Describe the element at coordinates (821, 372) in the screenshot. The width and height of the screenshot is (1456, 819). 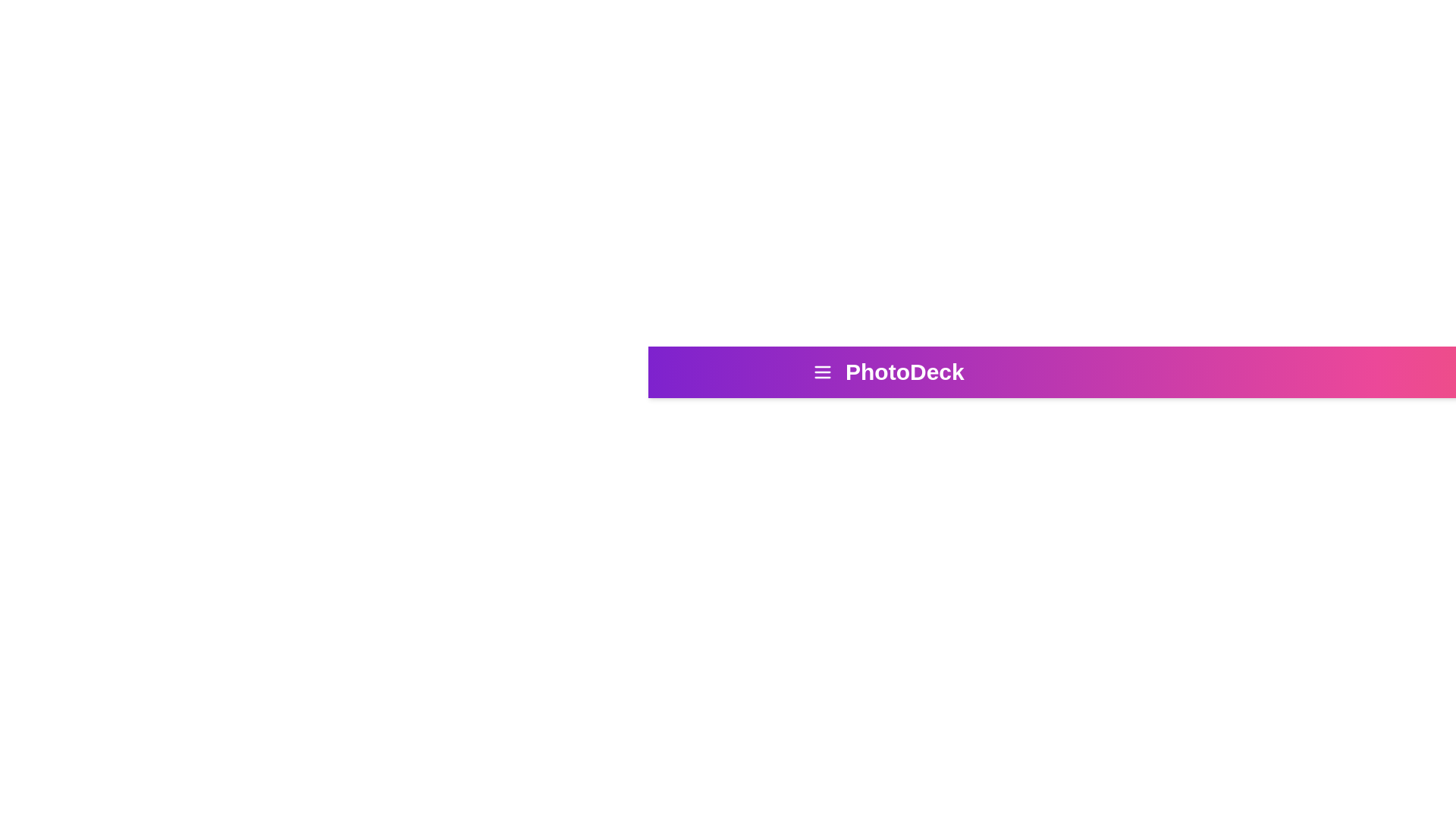
I see `the menu icon to open the menu` at that location.